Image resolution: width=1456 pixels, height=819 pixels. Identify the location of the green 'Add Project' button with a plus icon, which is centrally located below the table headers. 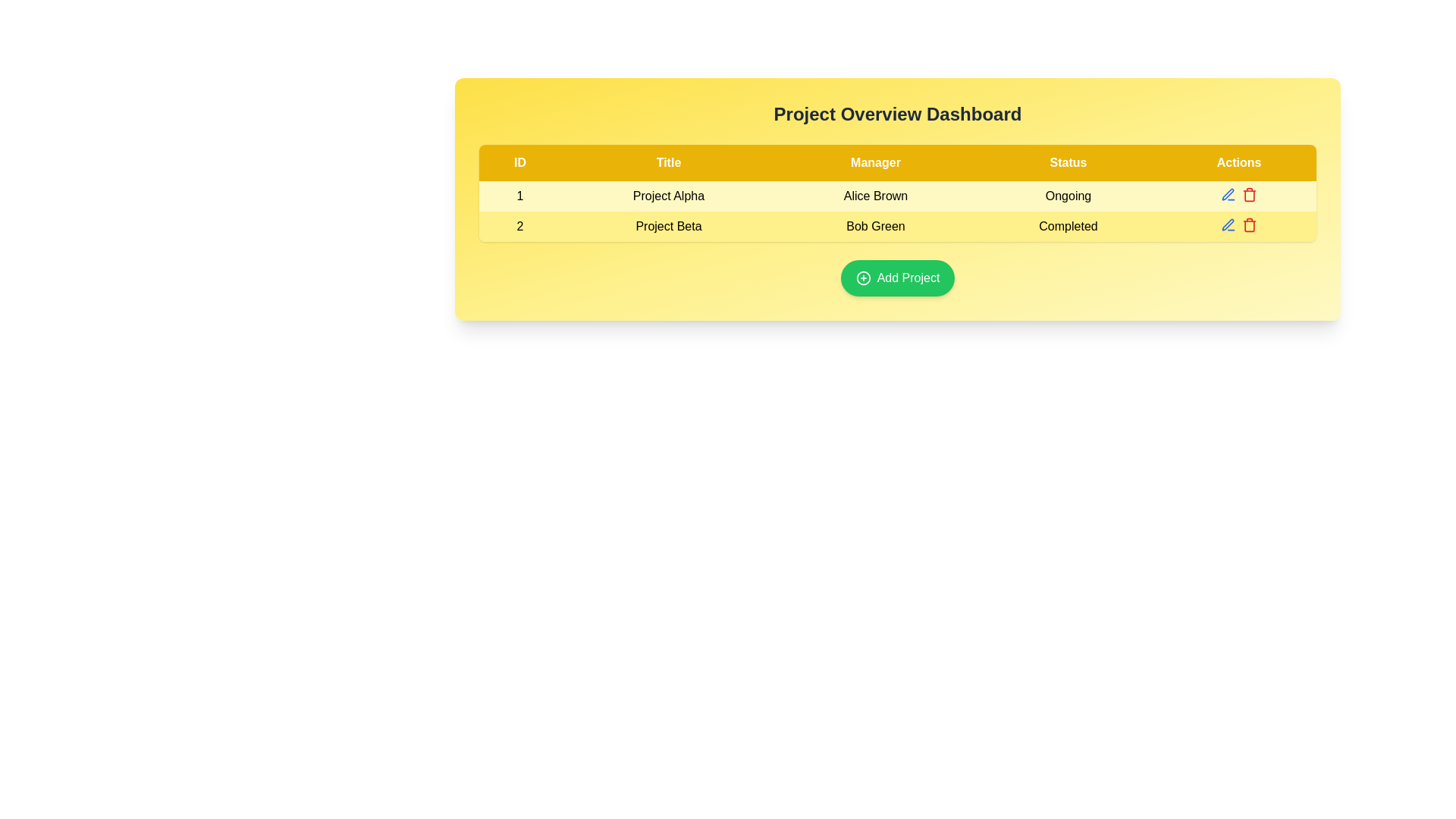
(898, 278).